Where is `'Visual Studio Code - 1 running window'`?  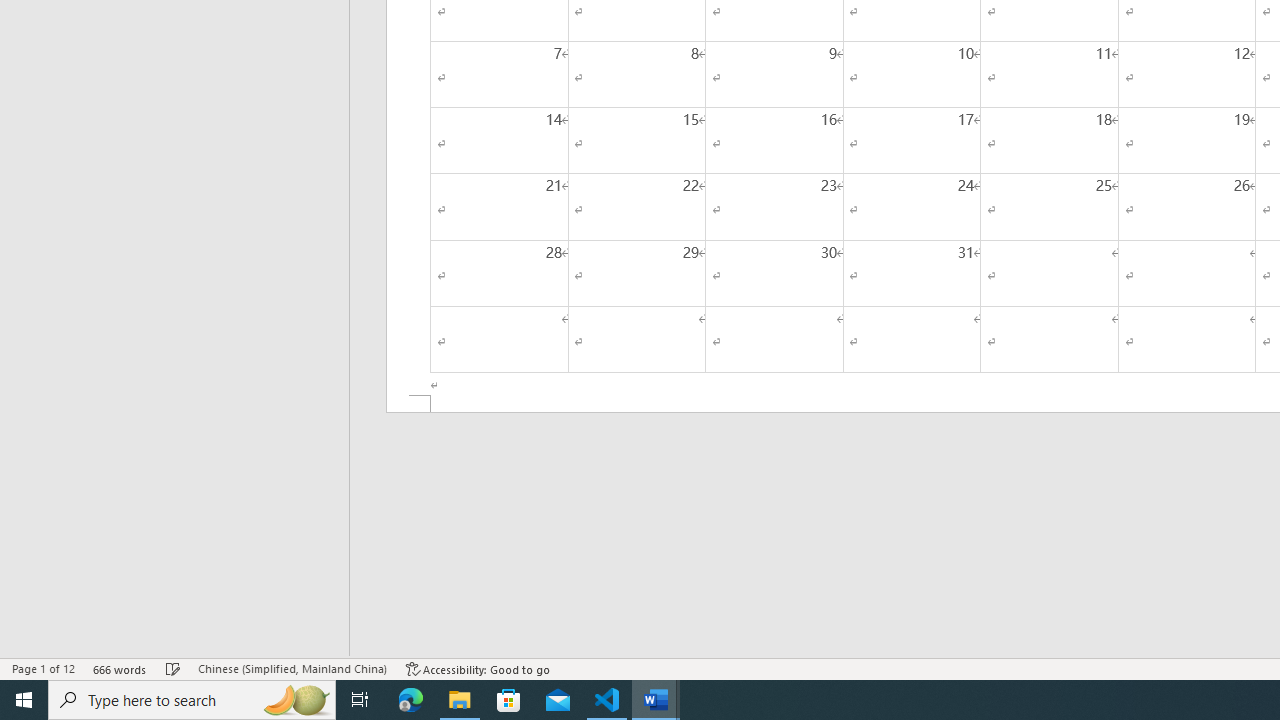
'Visual Studio Code - 1 running window' is located at coordinates (606, 698).